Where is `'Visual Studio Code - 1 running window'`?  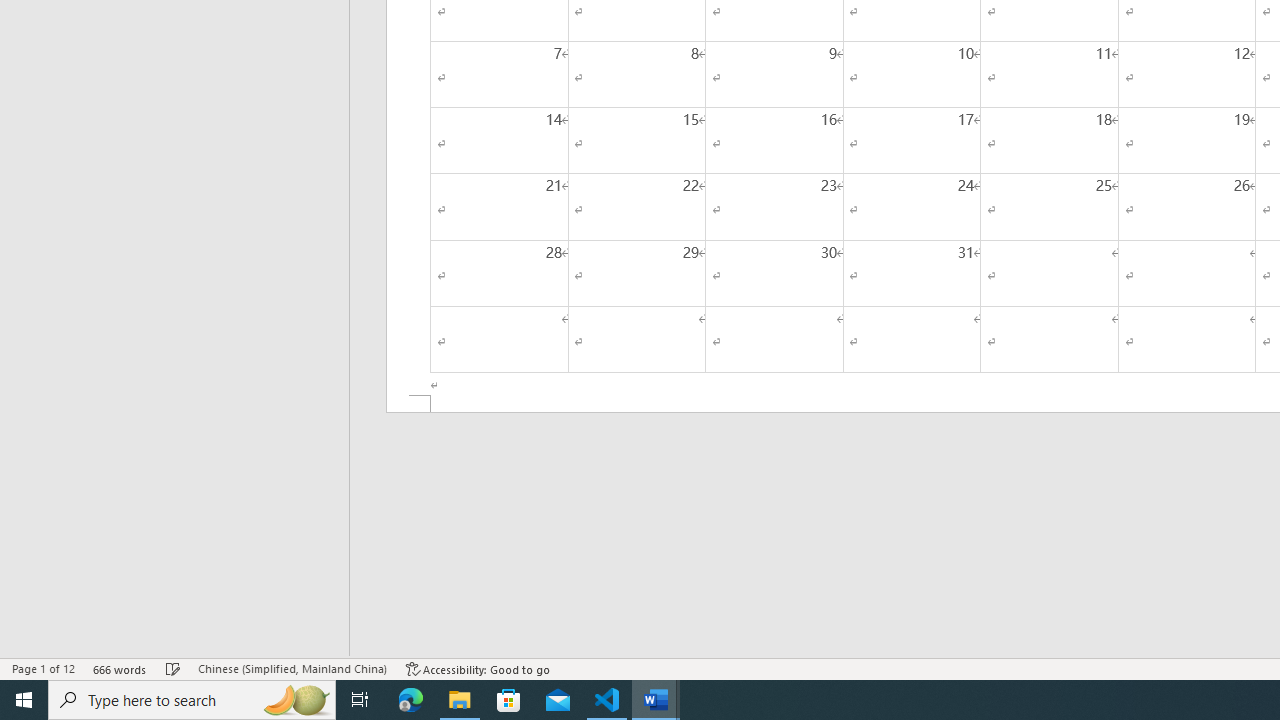
'Visual Studio Code - 1 running window' is located at coordinates (606, 698).